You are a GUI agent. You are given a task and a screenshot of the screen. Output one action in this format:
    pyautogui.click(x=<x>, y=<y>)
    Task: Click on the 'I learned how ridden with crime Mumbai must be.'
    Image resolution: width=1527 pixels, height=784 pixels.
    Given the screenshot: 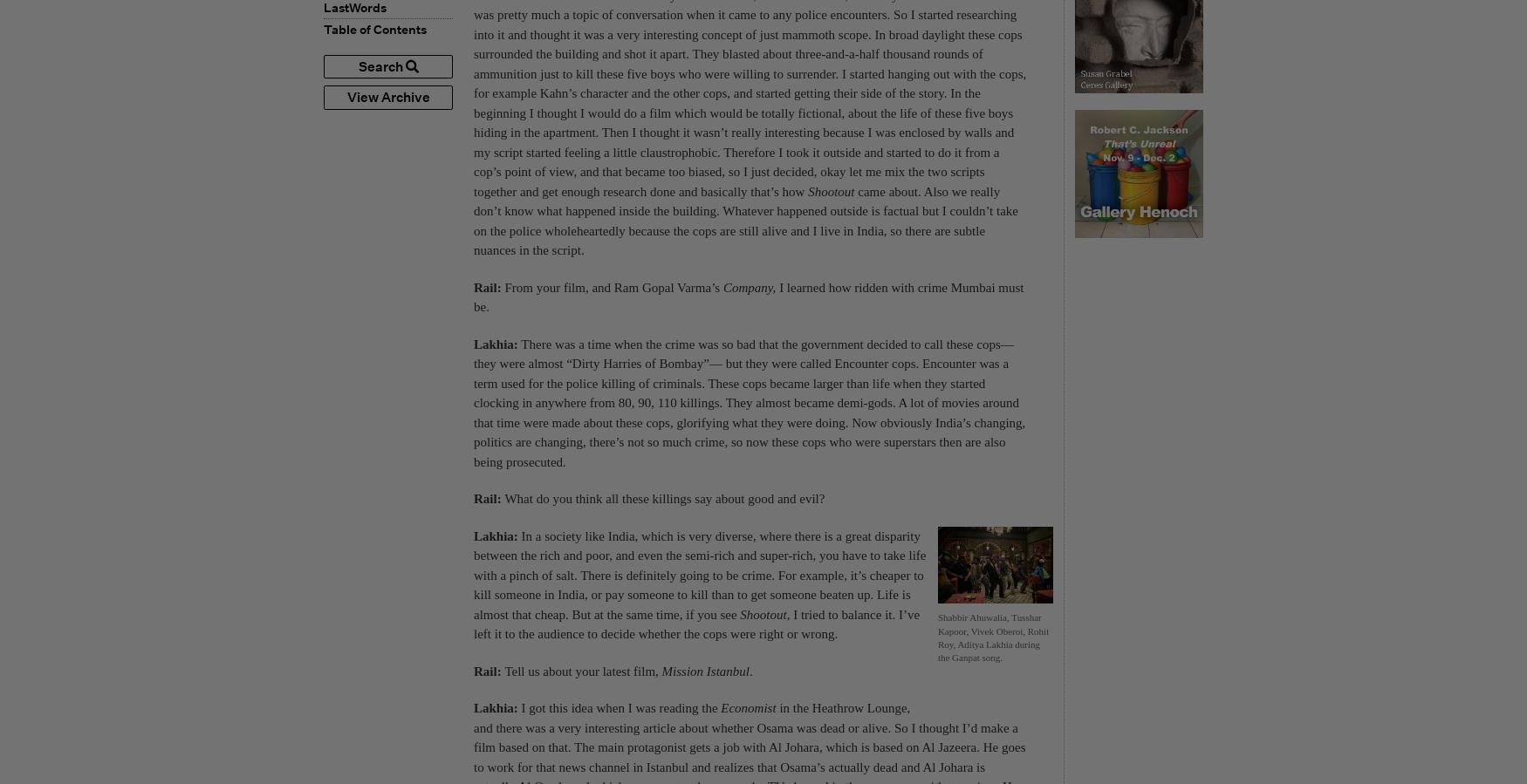 What is the action you would take?
    pyautogui.click(x=473, y=296)
    